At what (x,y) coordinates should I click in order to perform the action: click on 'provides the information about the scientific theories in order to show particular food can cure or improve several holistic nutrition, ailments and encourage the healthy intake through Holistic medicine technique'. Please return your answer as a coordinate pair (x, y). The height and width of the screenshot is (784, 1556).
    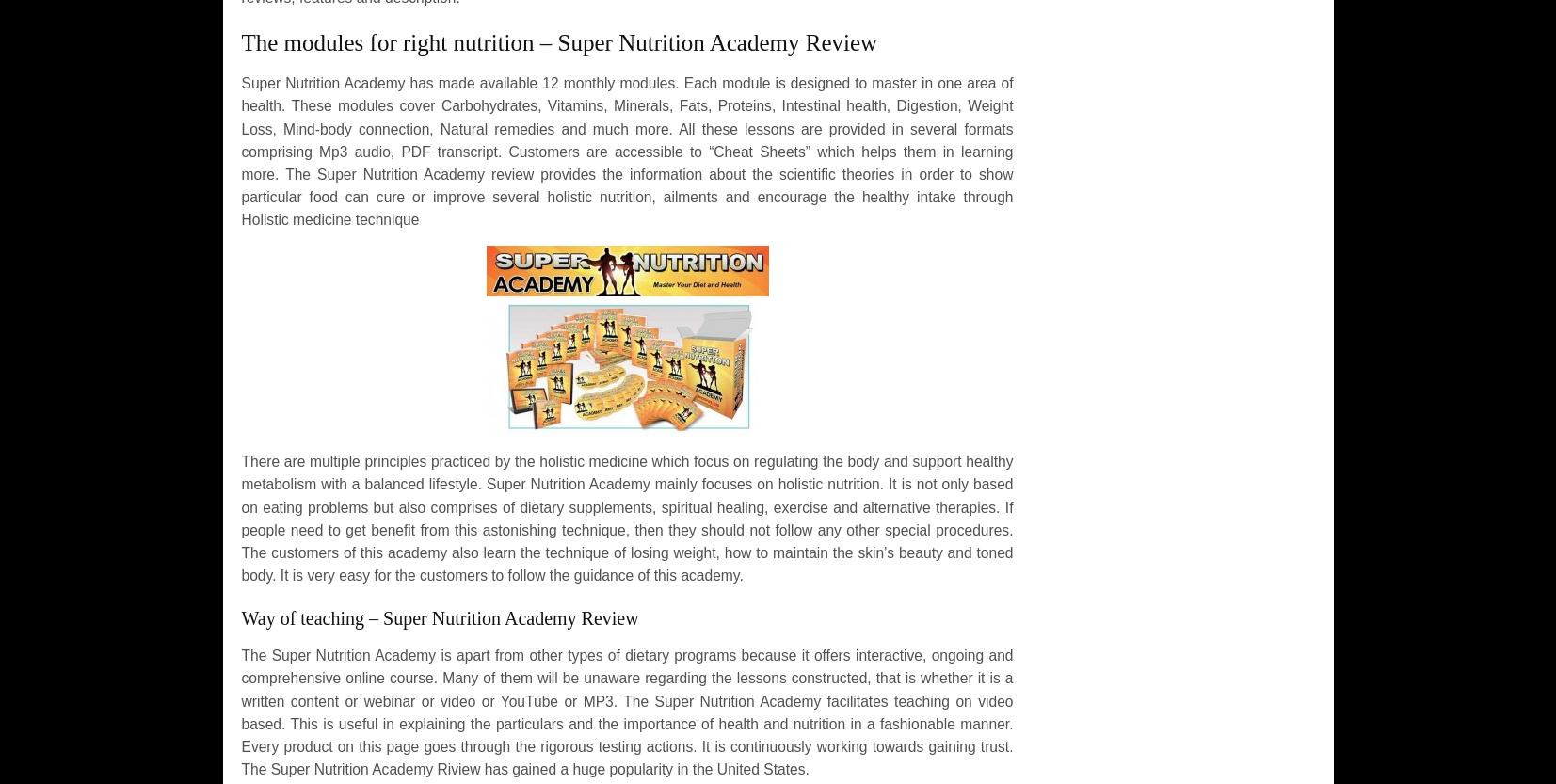
    Looking at the image, I should click on (625, 195).